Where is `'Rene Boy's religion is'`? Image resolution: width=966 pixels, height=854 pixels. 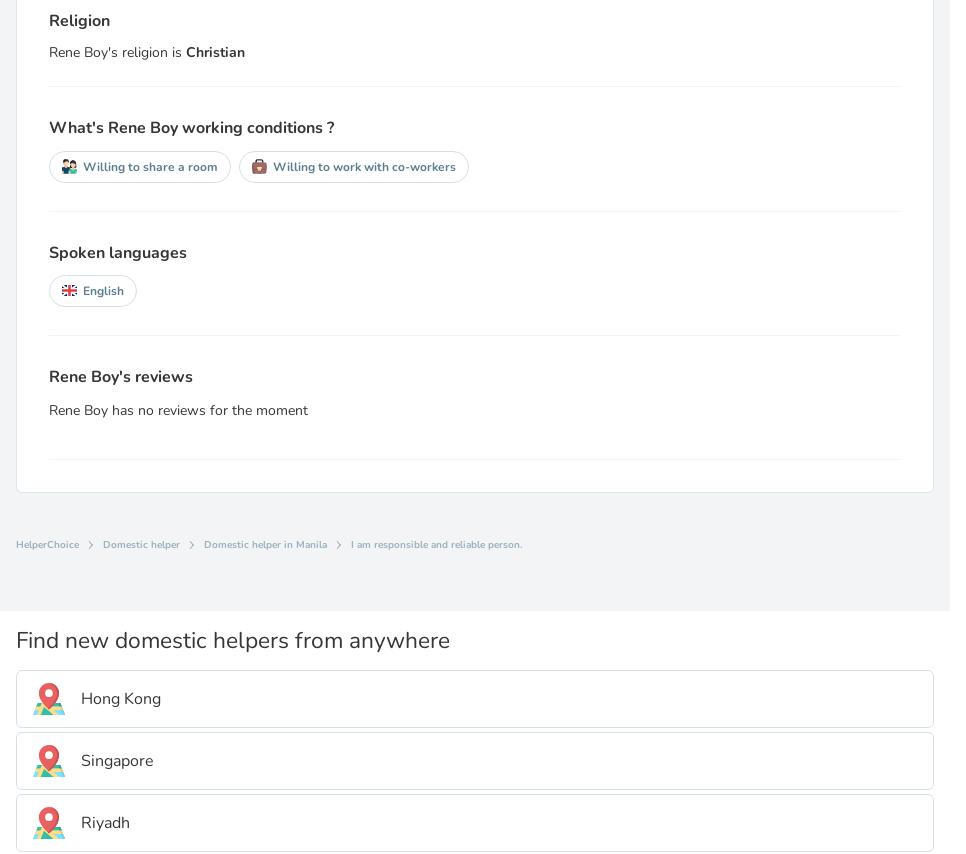
'Rene Boy's religion is' is located at coordinates (48, 51).